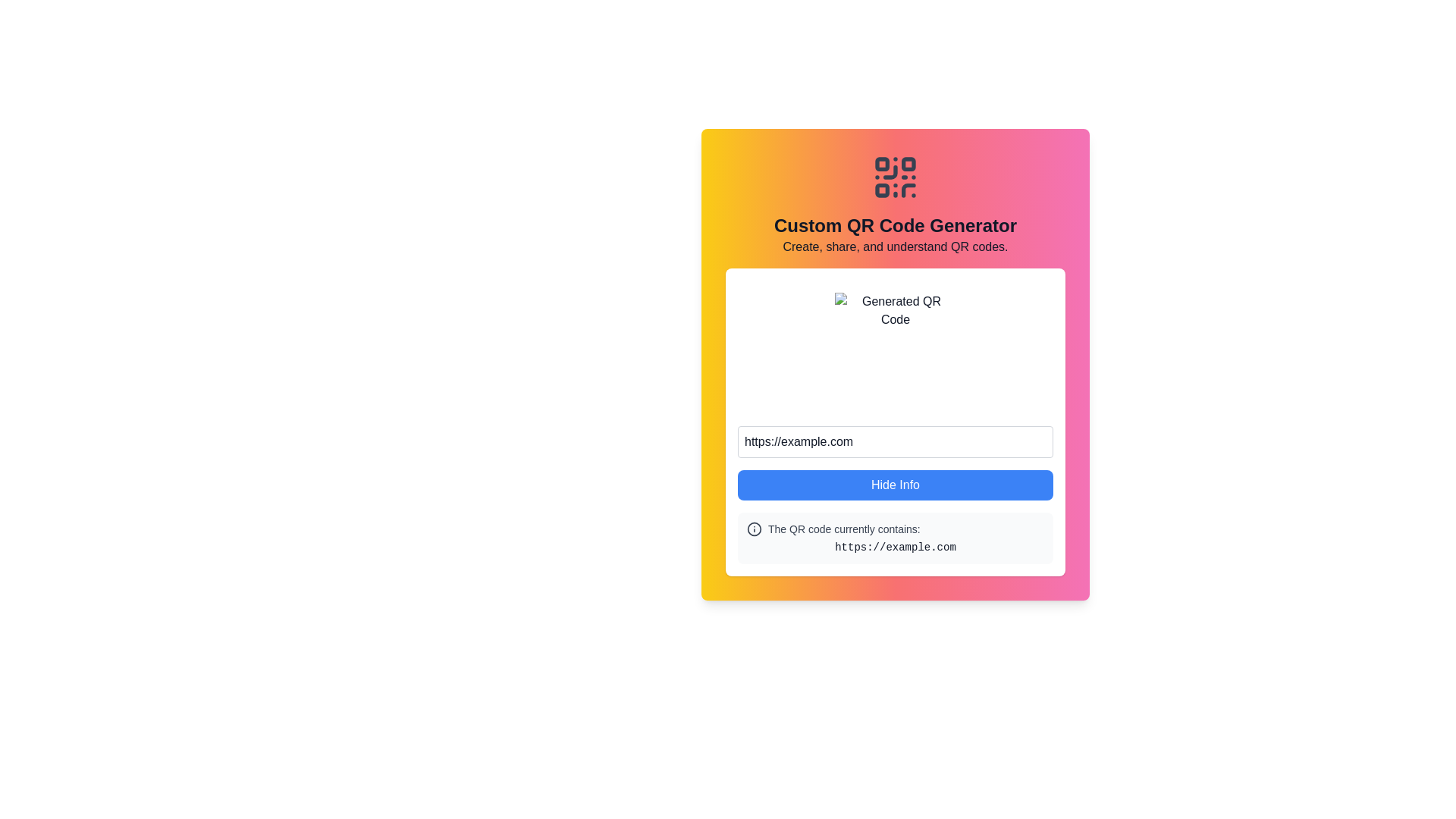 Image resolution: width=1456 pixels, height=819 pixels. Describe the element at coordinates (843, 529) in the screenshot. I see `text label that states 'The QR code currently contains:' located in the footer area of the QR code generation interface` at that location.